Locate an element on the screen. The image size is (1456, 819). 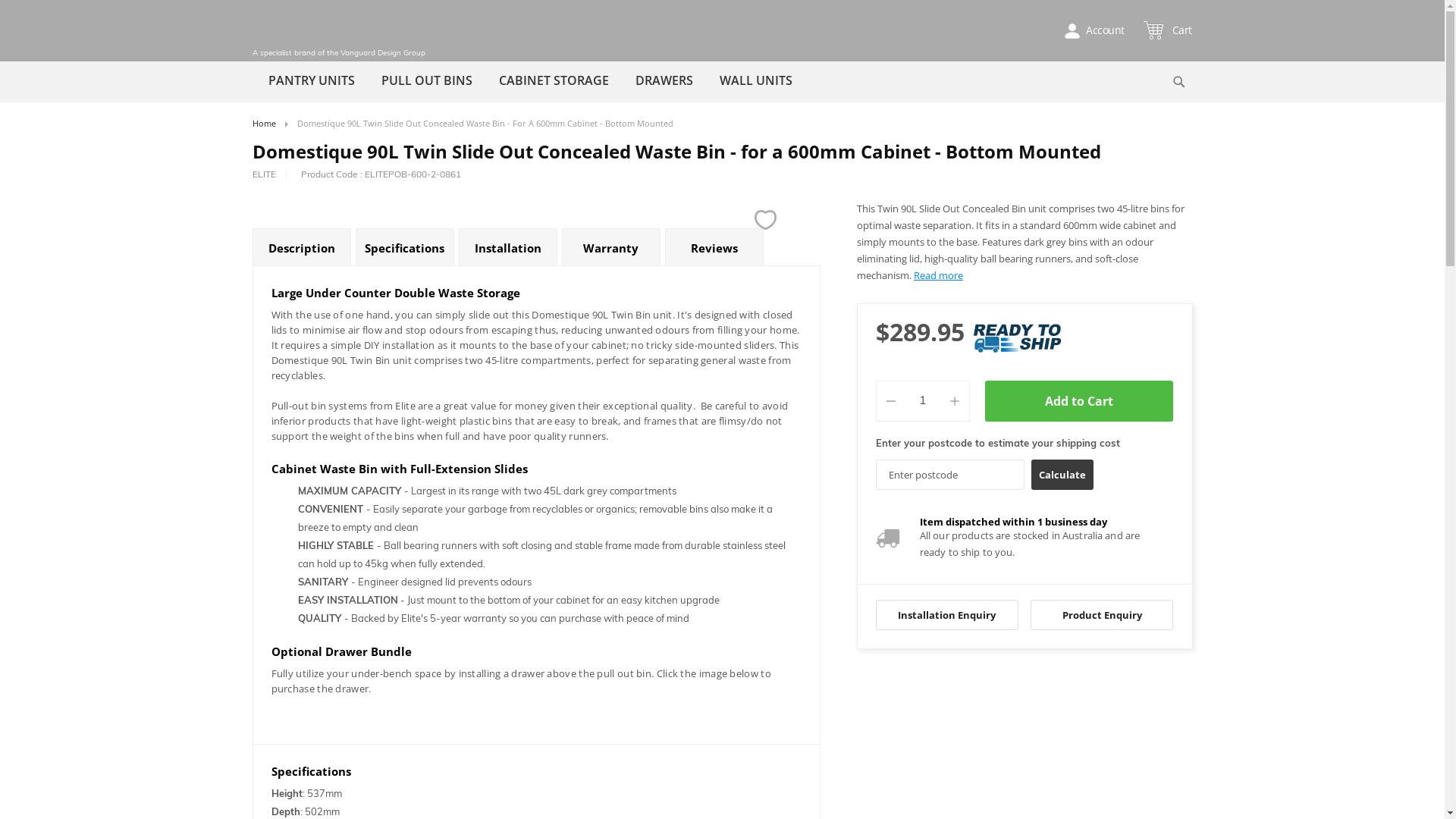
'CABINET STORAGE' is located at coordinates (487, 80).